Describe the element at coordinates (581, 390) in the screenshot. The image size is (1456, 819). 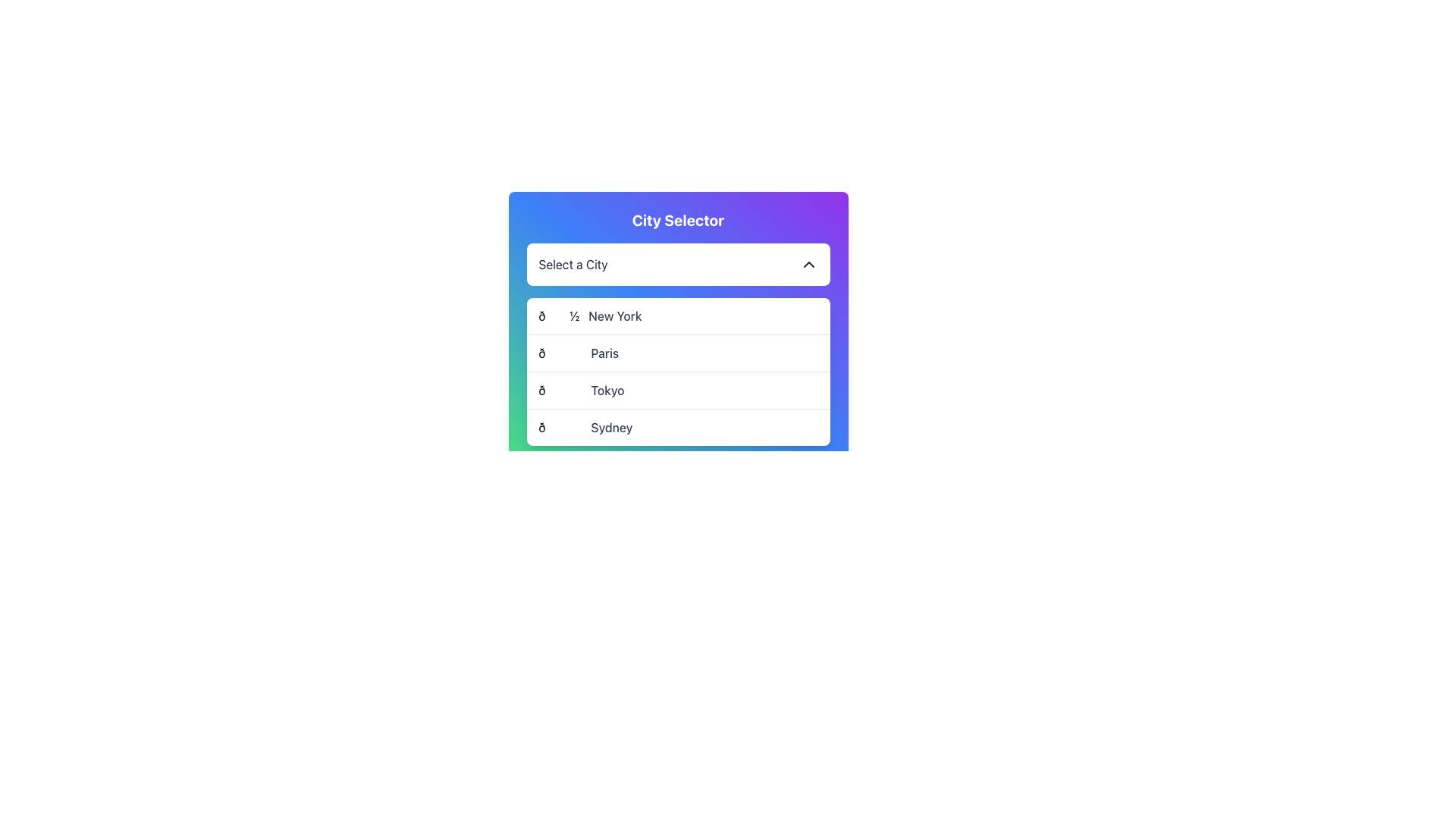
I see `the third item in the dropdown menu that allows the user to select 'Tokyo'` at that location.